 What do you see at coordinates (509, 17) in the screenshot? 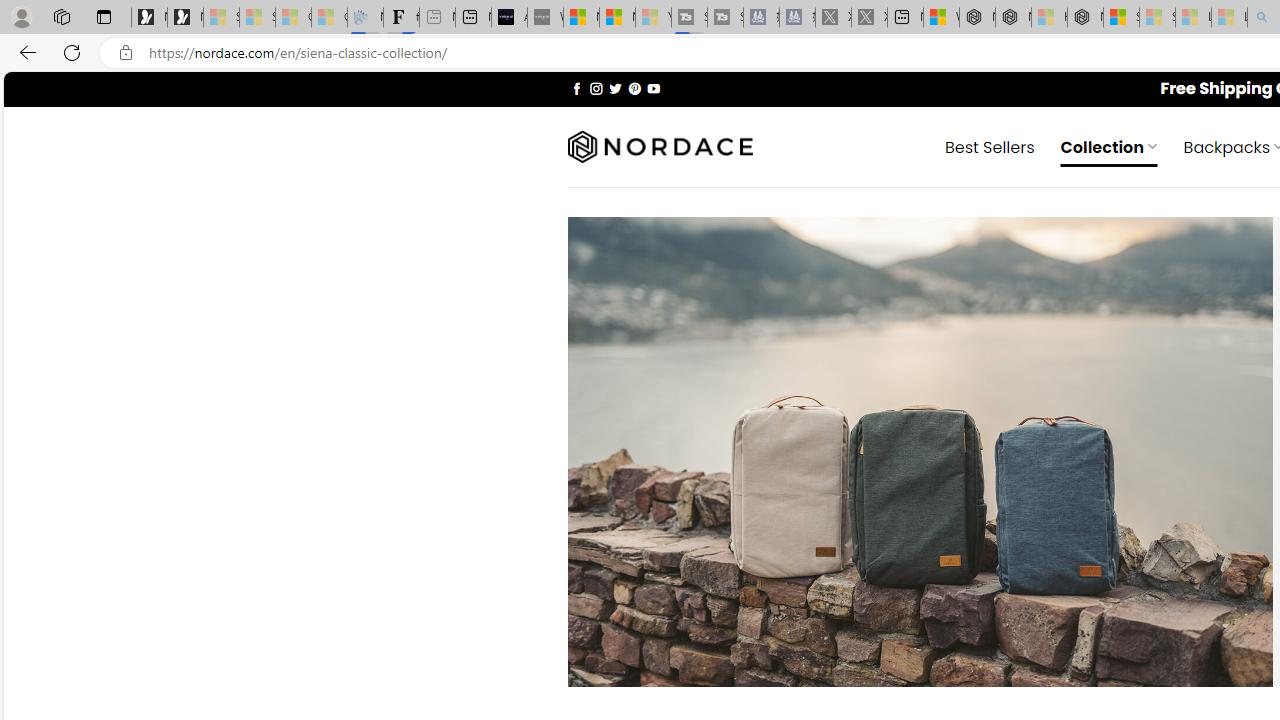
I see `'AI Voice Changer for PC and Mac - Voice.ai'` at bounding box center [509, 17].